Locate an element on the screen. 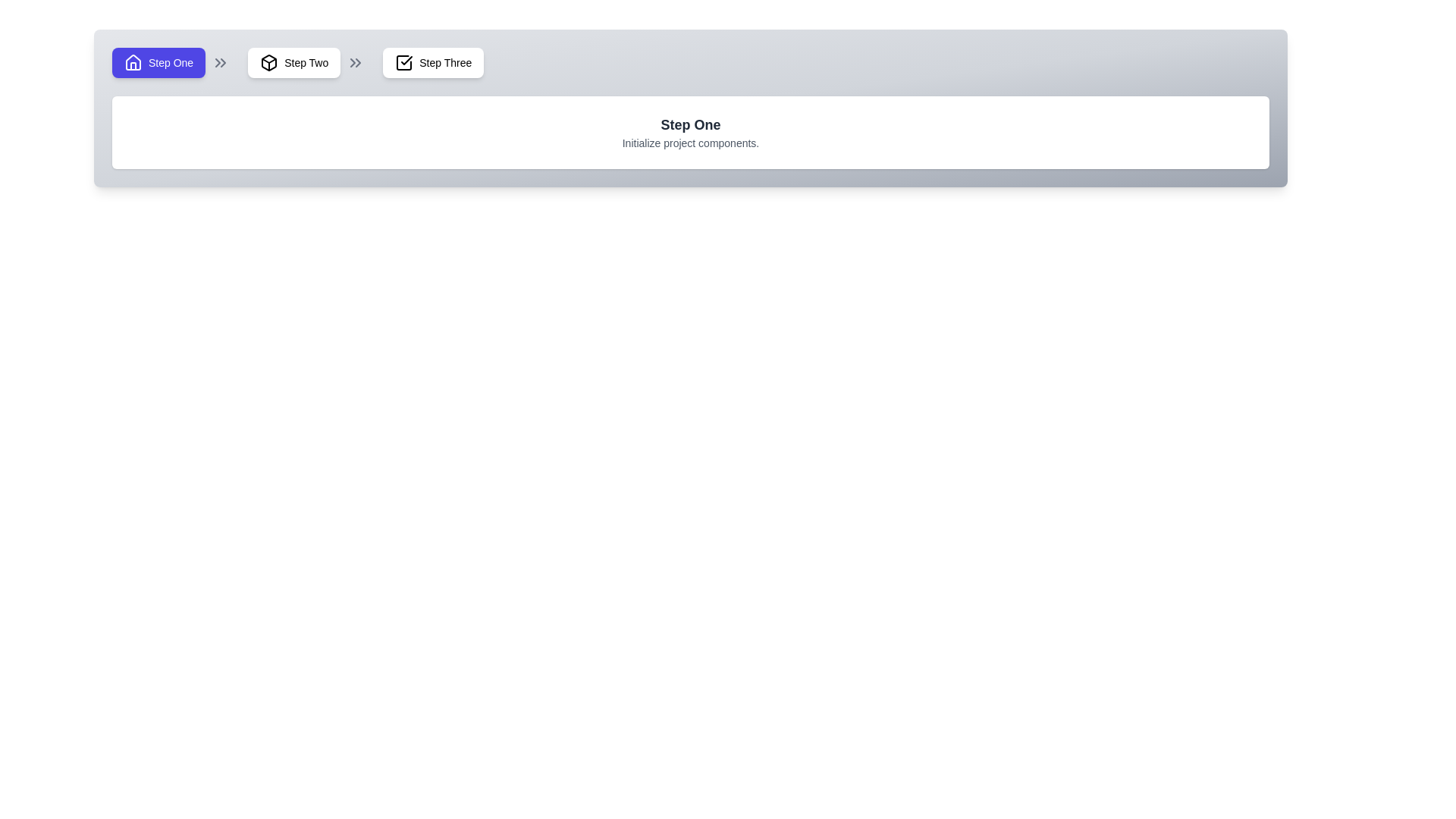  the second navigation button located centrally in the navigation bar is located at coordinates (294, 62).